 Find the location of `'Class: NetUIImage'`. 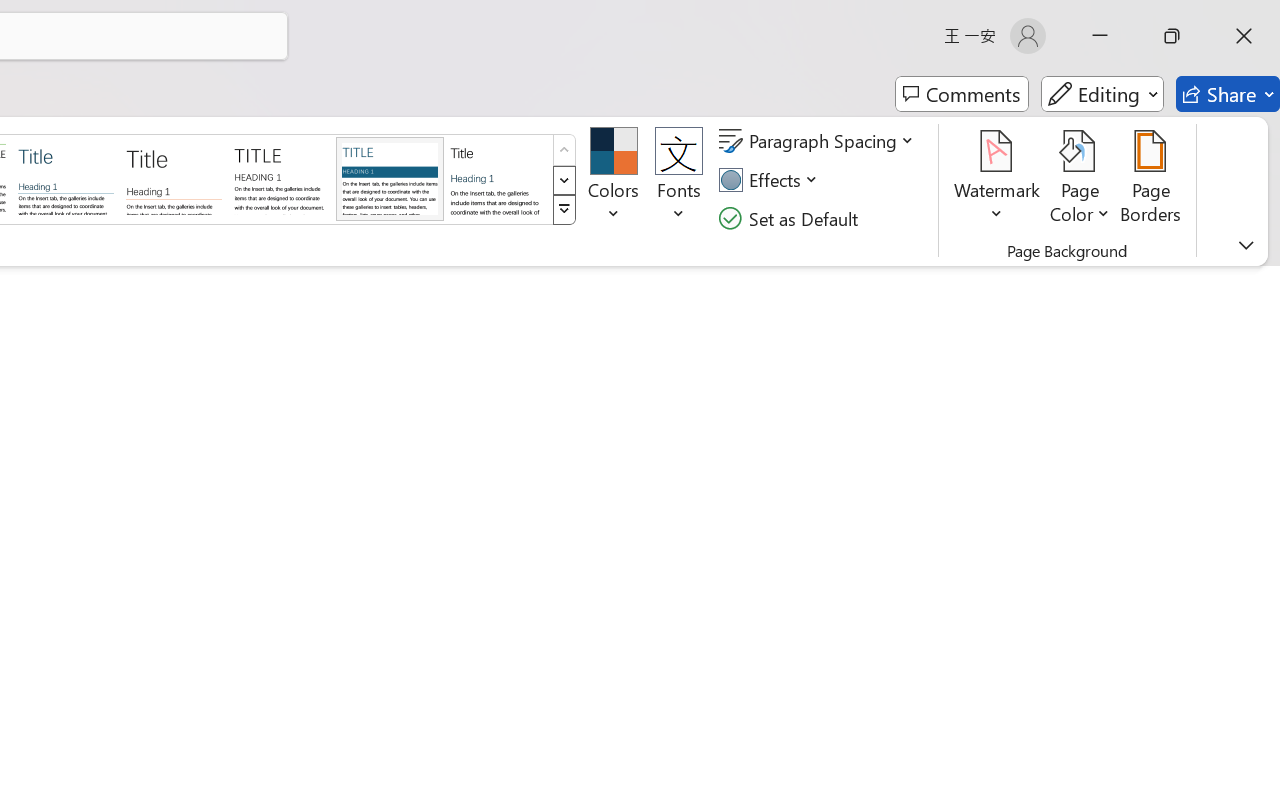

'Class: NetUIImage' is located at coordinates (564, 210).